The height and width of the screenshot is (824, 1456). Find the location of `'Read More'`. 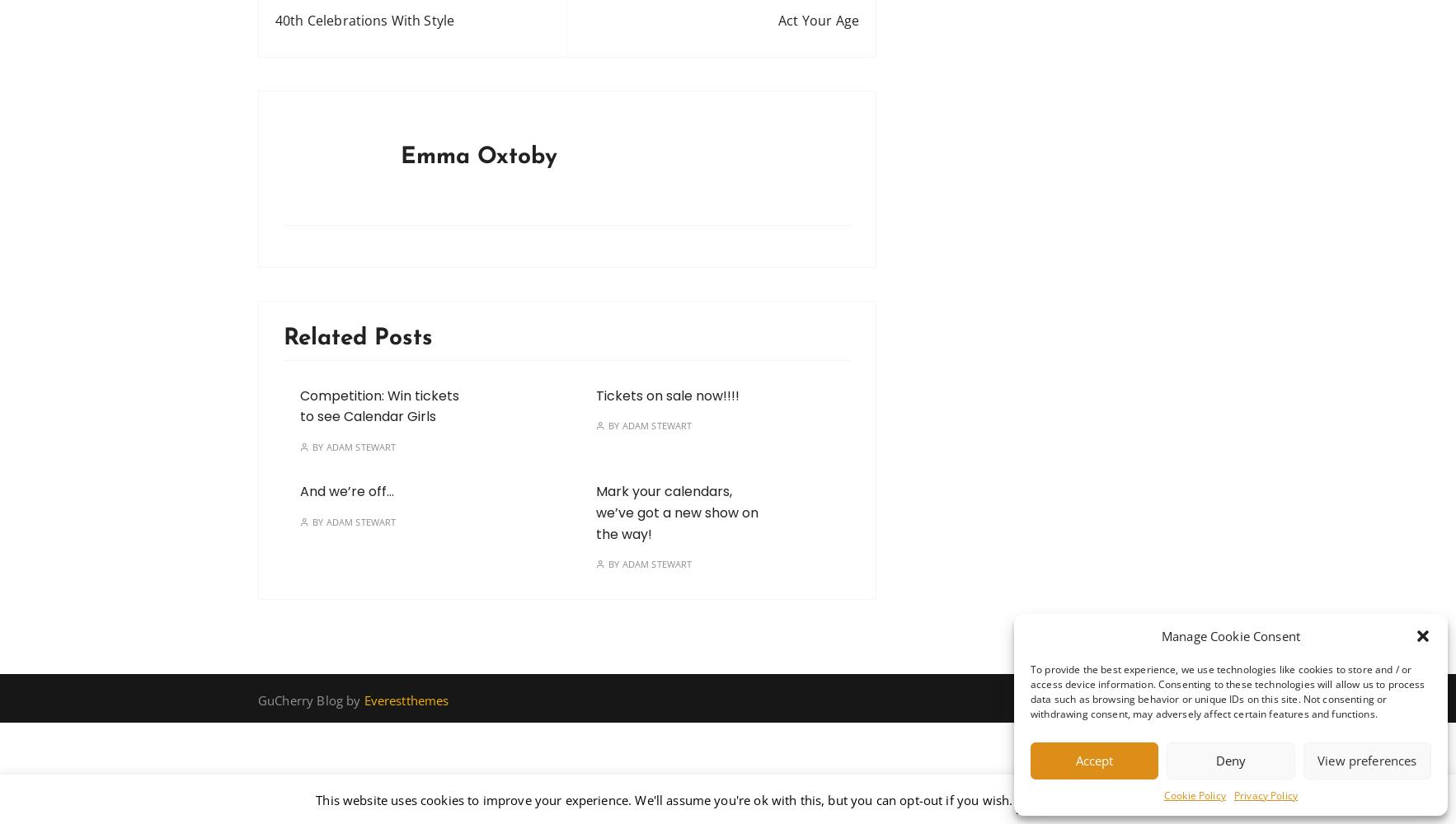

'Read More' is located at coordinates (1106, 799).